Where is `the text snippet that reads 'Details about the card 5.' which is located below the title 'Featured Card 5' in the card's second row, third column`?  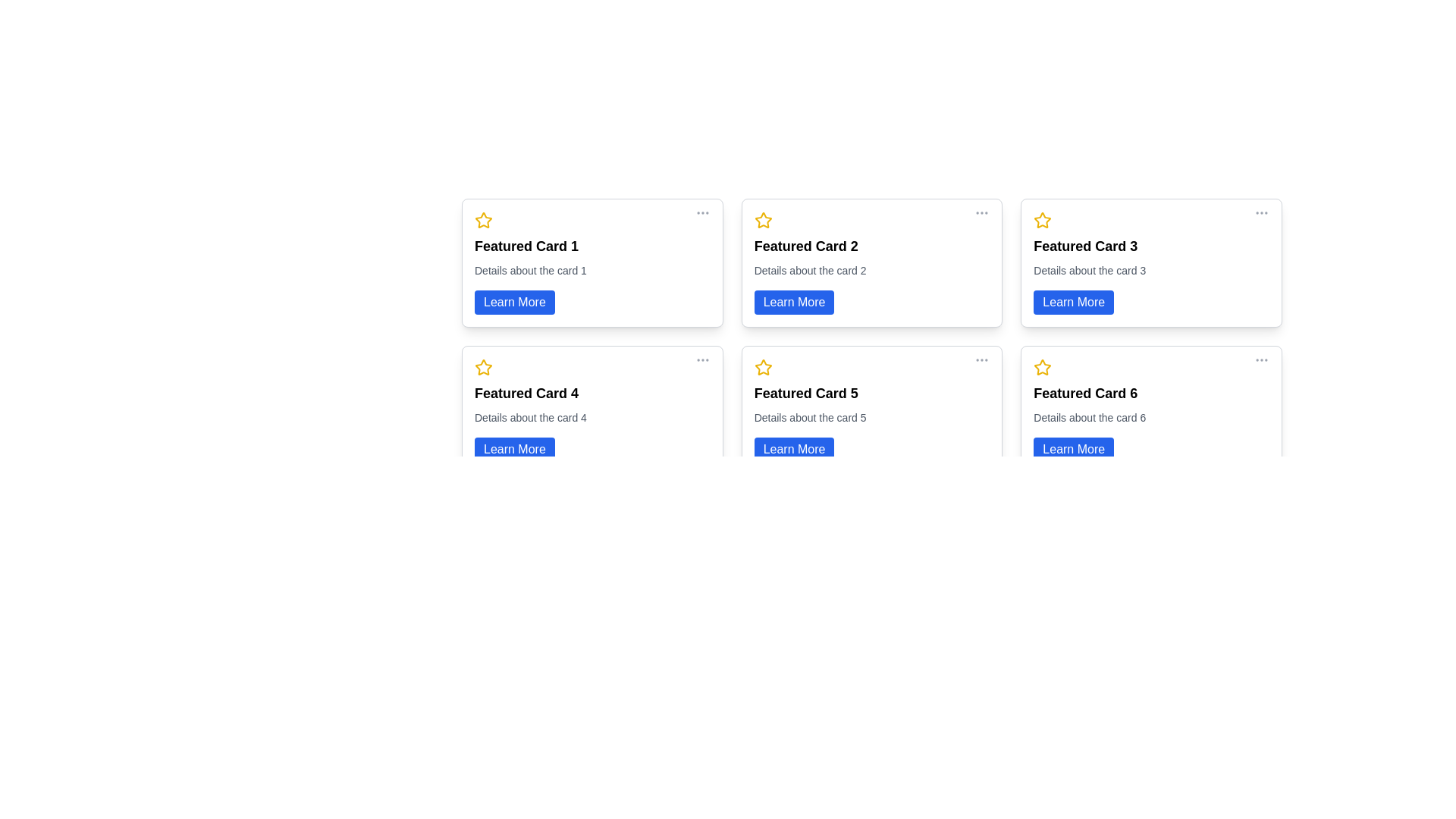 the text snippet that reads 'Details about the card 5.' which is located below the title 'Featured Card 5' in the card's second row, third column is located at coordinates (809, 418).